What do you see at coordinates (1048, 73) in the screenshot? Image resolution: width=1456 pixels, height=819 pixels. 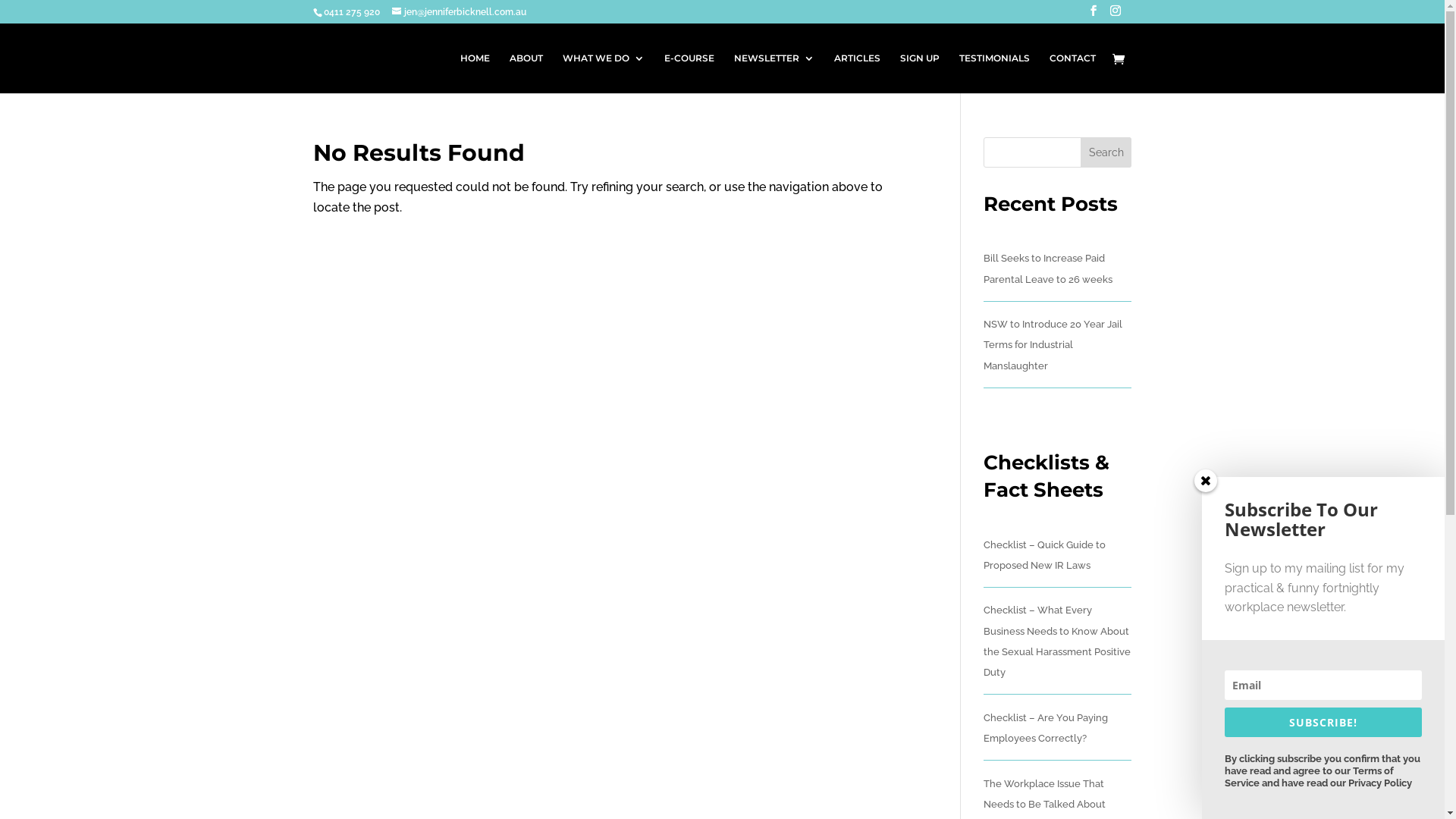 I see `'CONTACT'` at bounding box center [1048, 73].